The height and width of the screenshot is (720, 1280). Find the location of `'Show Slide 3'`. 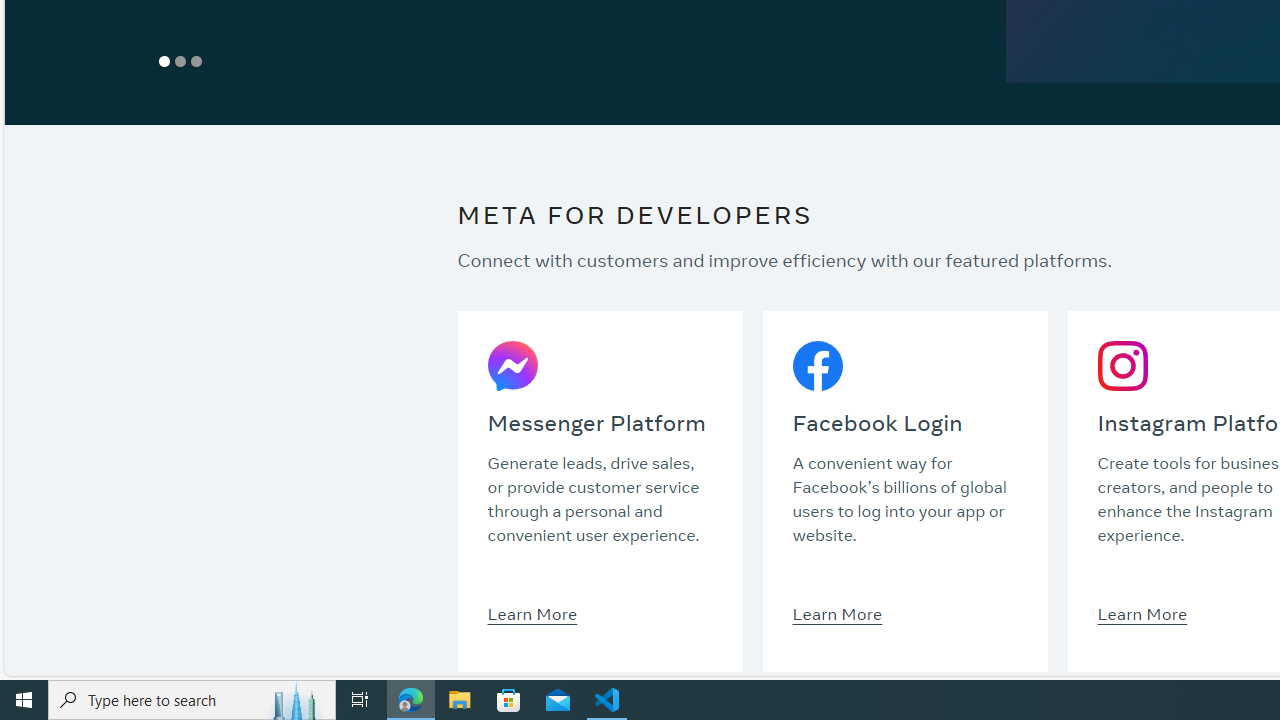

'Show Slide 3' is located at coordinates (197, 60).